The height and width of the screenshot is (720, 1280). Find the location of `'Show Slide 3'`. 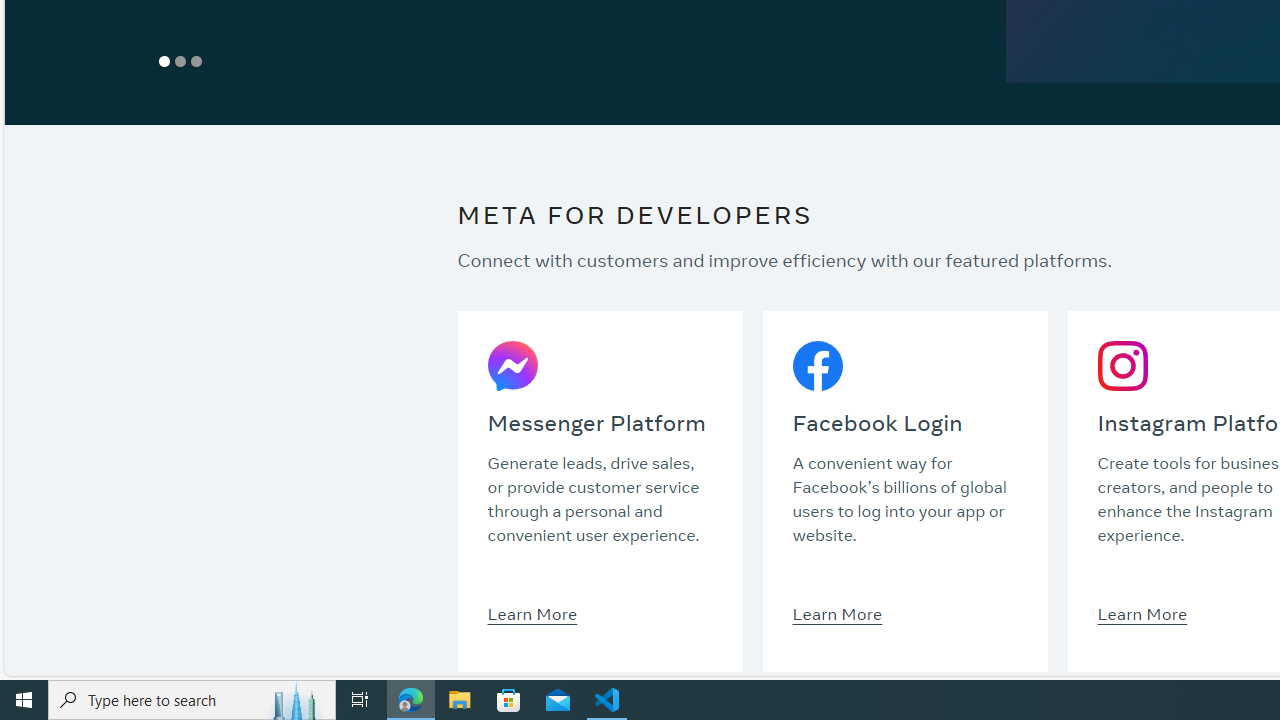

'Show Slide 3' is located at coordinates (197, 60).